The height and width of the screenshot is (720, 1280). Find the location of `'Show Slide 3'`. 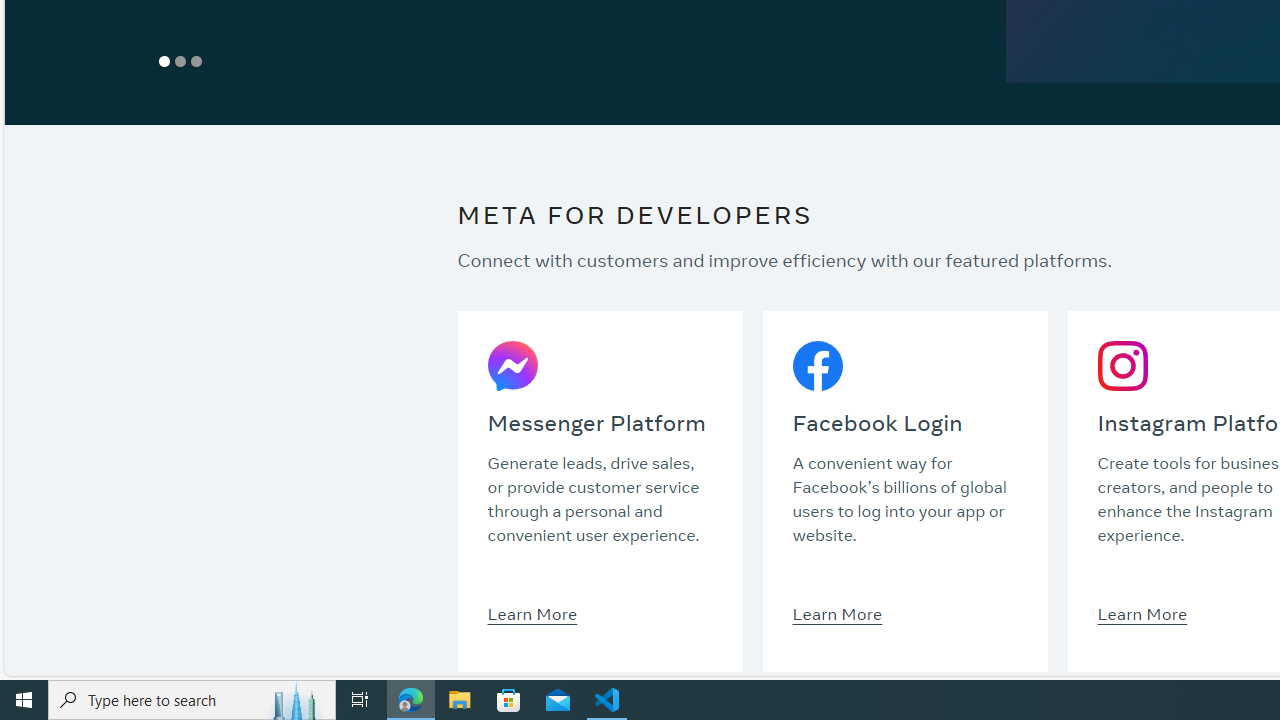

'Show Slide 3' is located at coordinates (197, 60).